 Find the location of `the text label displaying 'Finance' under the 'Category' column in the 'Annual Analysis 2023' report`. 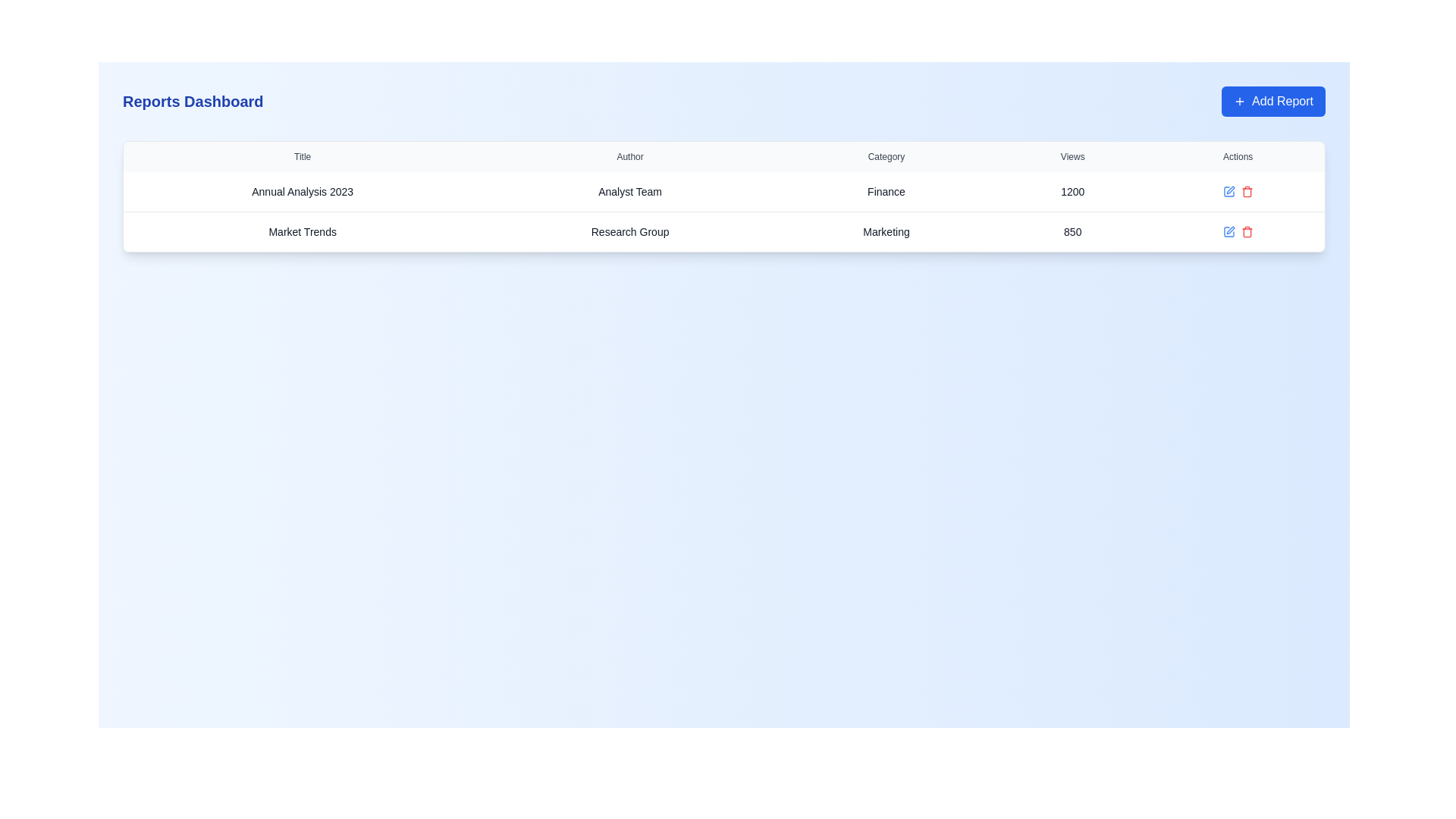

the text label displaying 'Finance' under the 'Category' column in the 'Annual Analysis 2023' report is located at coordinates (886, 191).